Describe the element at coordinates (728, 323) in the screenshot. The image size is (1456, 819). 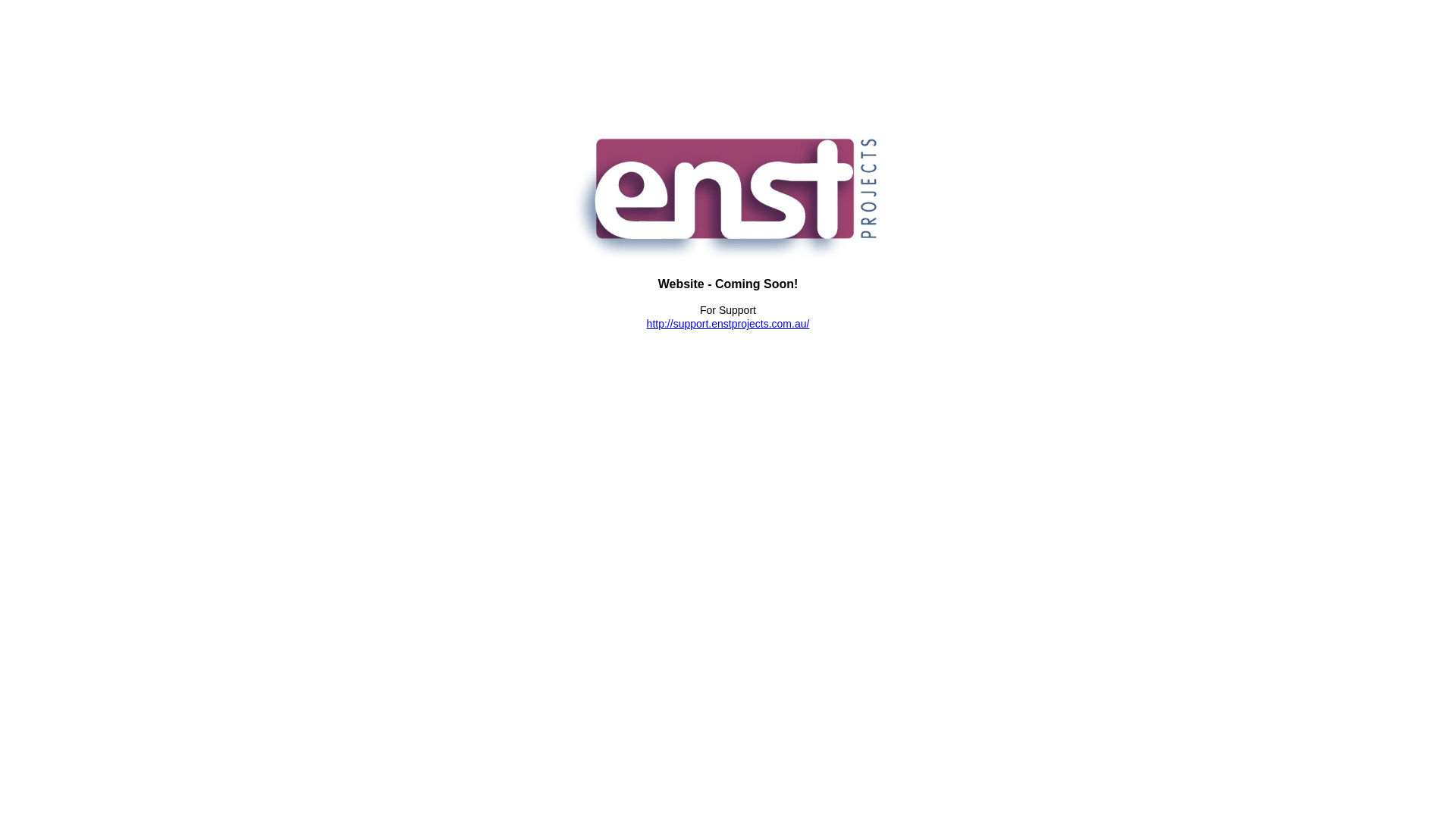
I see `'http://support.enstprojects.com.au/'` at that location.